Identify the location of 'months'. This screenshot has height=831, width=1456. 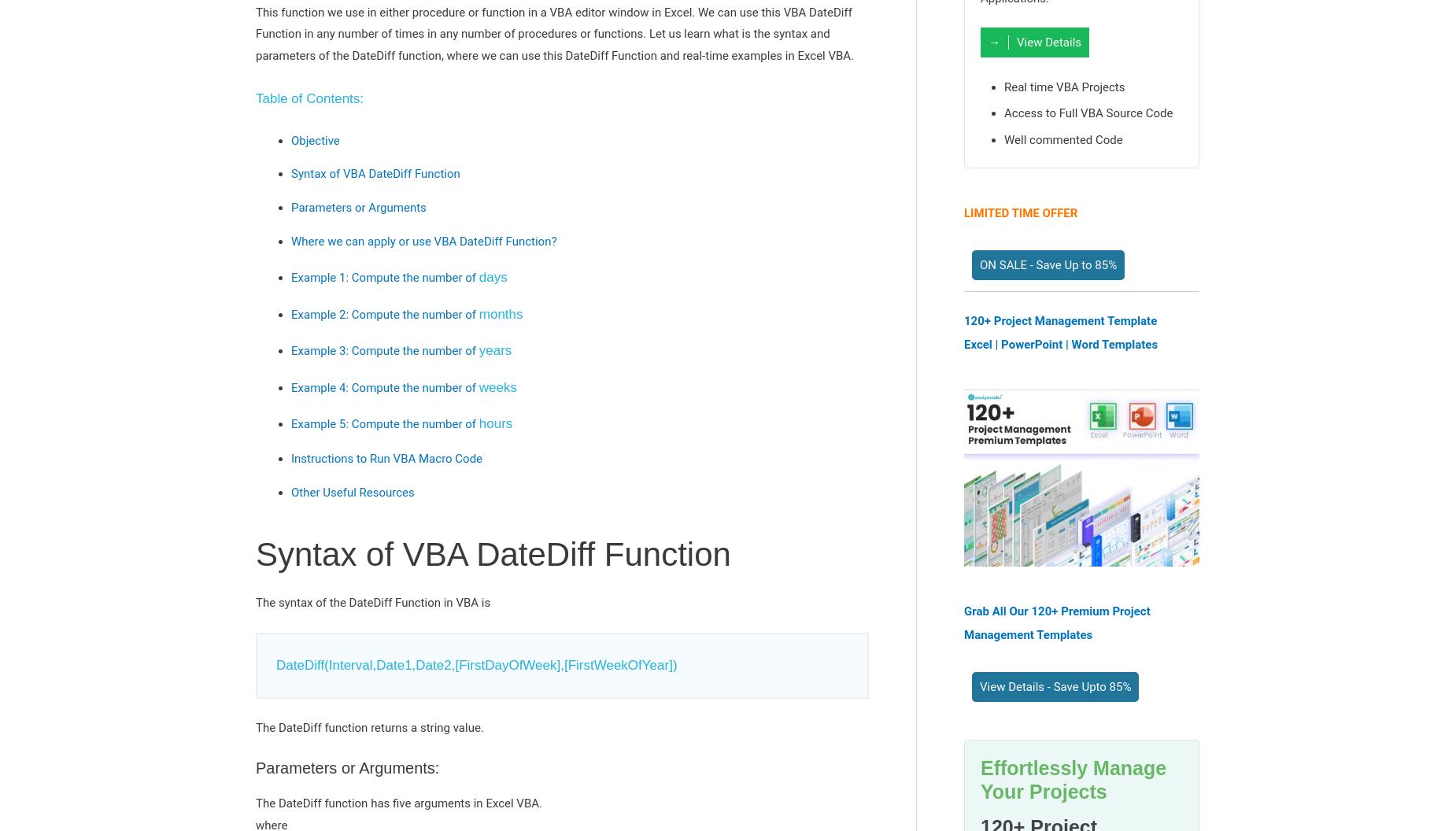
(478, 313).